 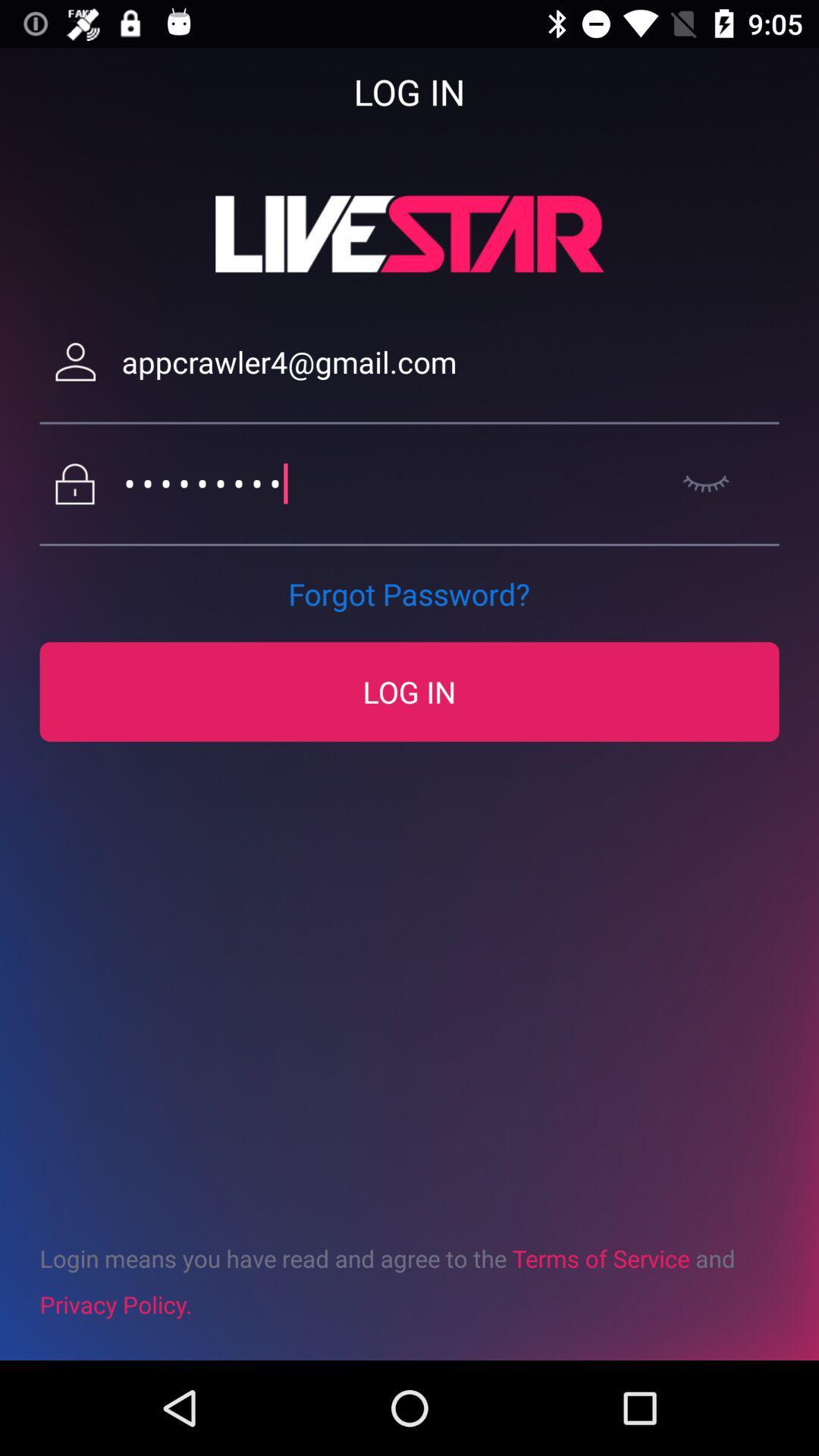 What do you see at coordinates (391, 483) in the screenshot?
I see `the crowd3116` at bounding box center [391, 483].